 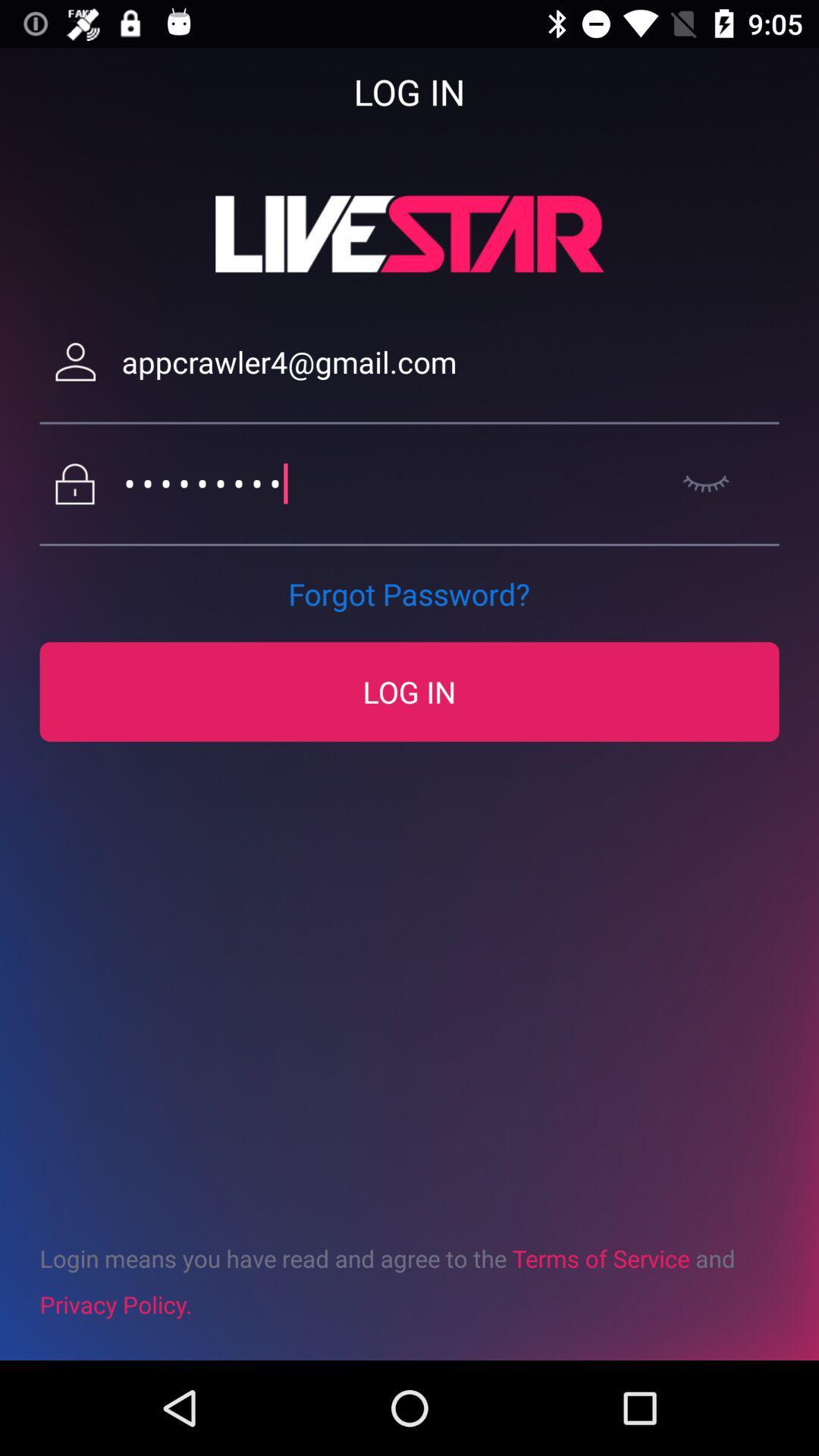 What do you see at coordinates (391, 483) in the screenshot?
I see `the crowd3116` at bounding box center [391, 483].